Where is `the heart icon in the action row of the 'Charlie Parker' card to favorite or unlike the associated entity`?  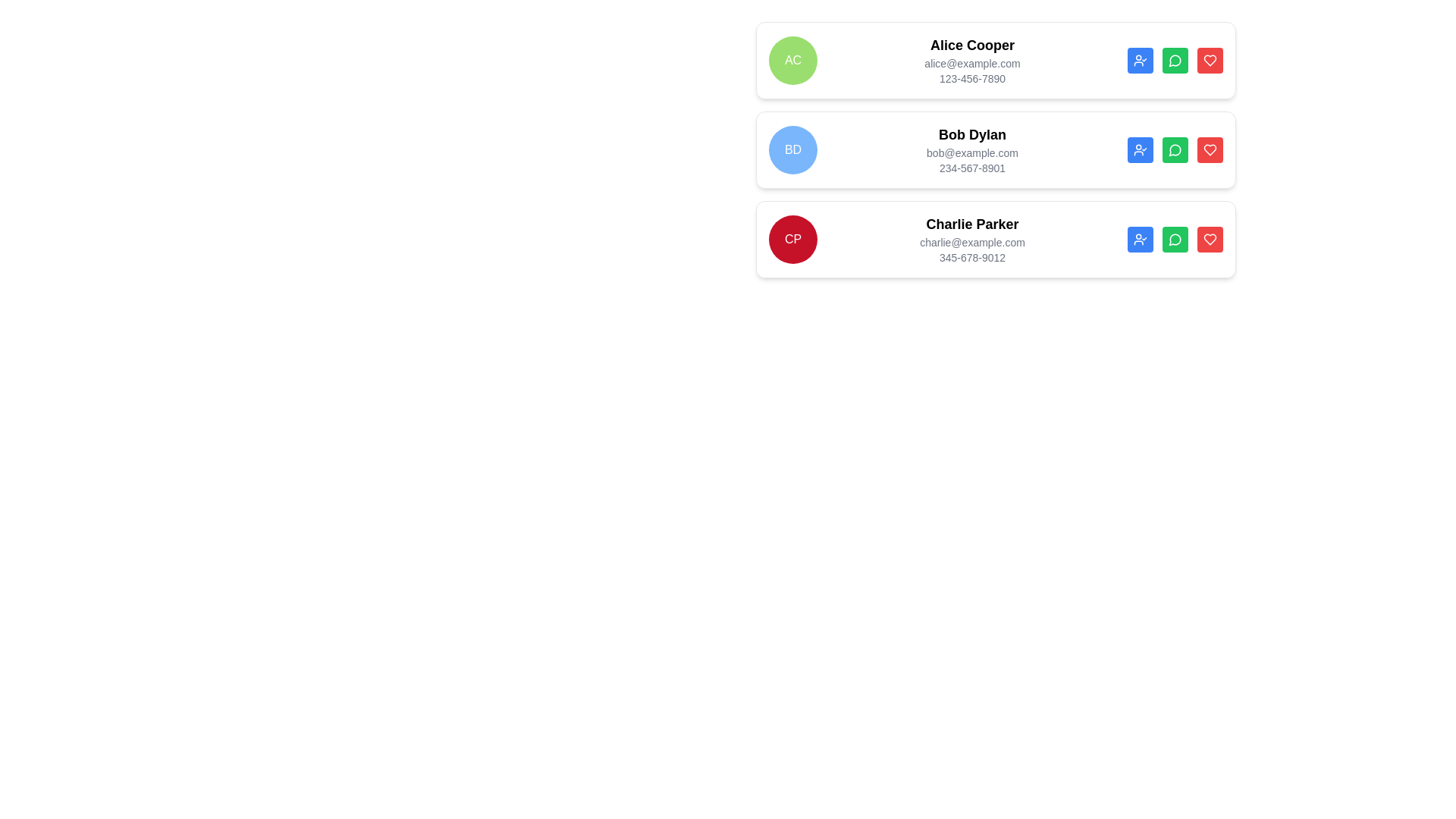 the heart icon in the action row of the 'Charlie Parker' card to favorite or unlike the associated entity is located at coordinates (1210, 239).